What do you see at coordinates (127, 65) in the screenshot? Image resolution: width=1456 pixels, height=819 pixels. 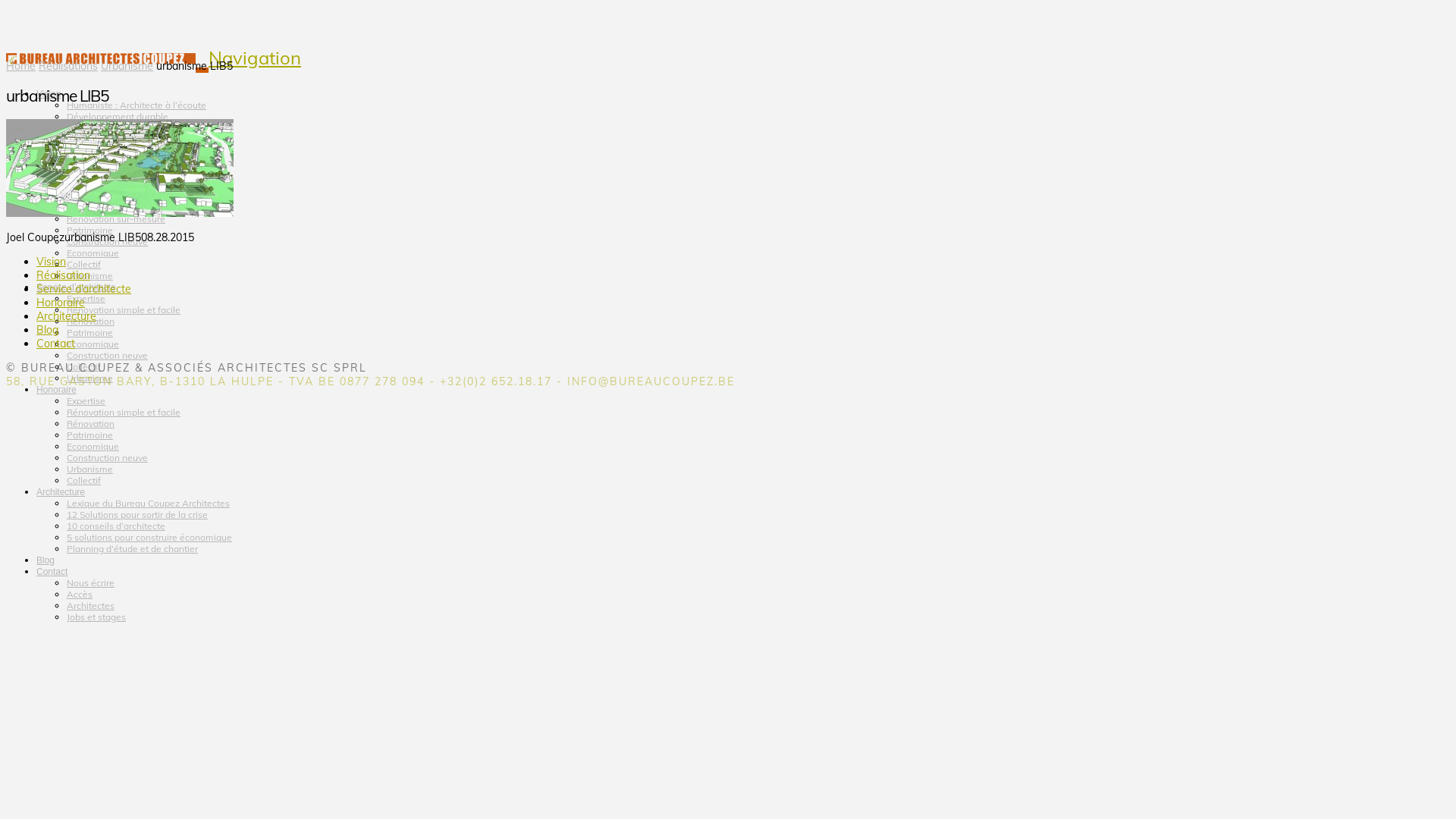 I see `'Urbanisme'` at bounding box center [127, 65].